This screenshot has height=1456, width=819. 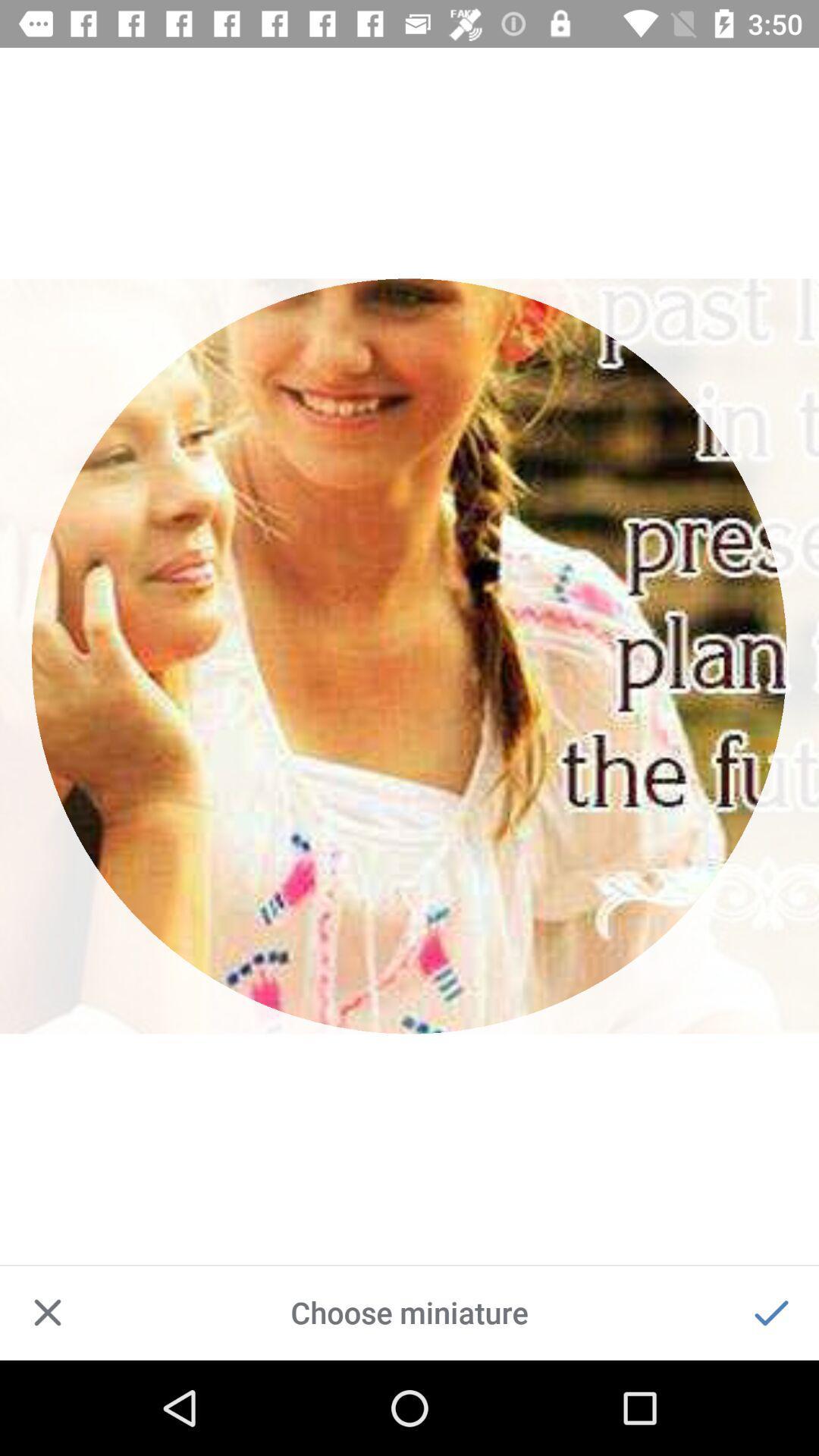 I want to click on icon next to the choose miniature item, so click(x=46, y=1312).